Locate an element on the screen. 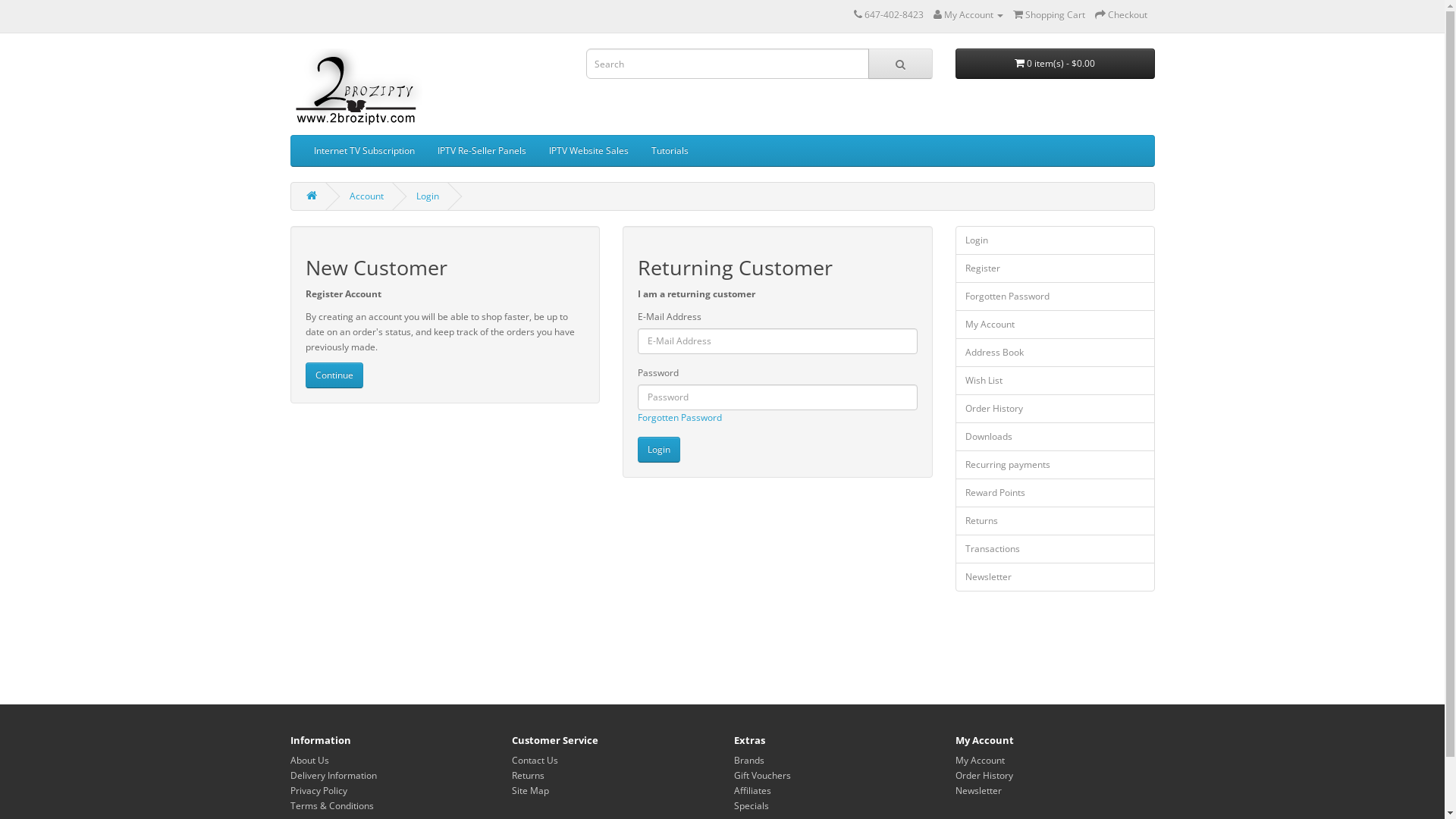 The width and height of the screenshot is (1456, 819). 'Contact Us' is located at coordinates (512, 760).